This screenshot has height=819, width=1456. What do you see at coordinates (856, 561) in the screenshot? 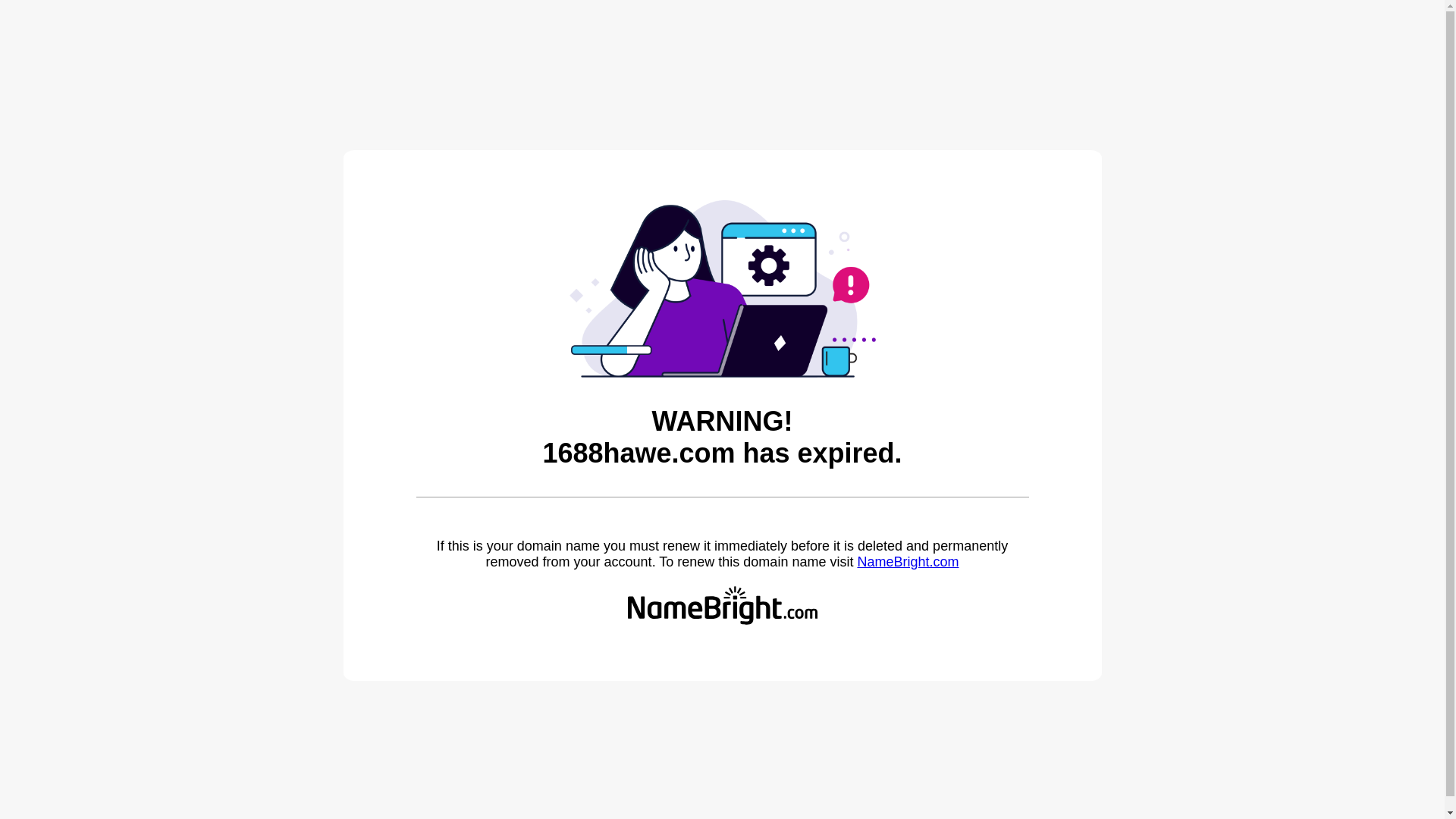
I see `'NameBright.com'` at bounding box center [856, 561].